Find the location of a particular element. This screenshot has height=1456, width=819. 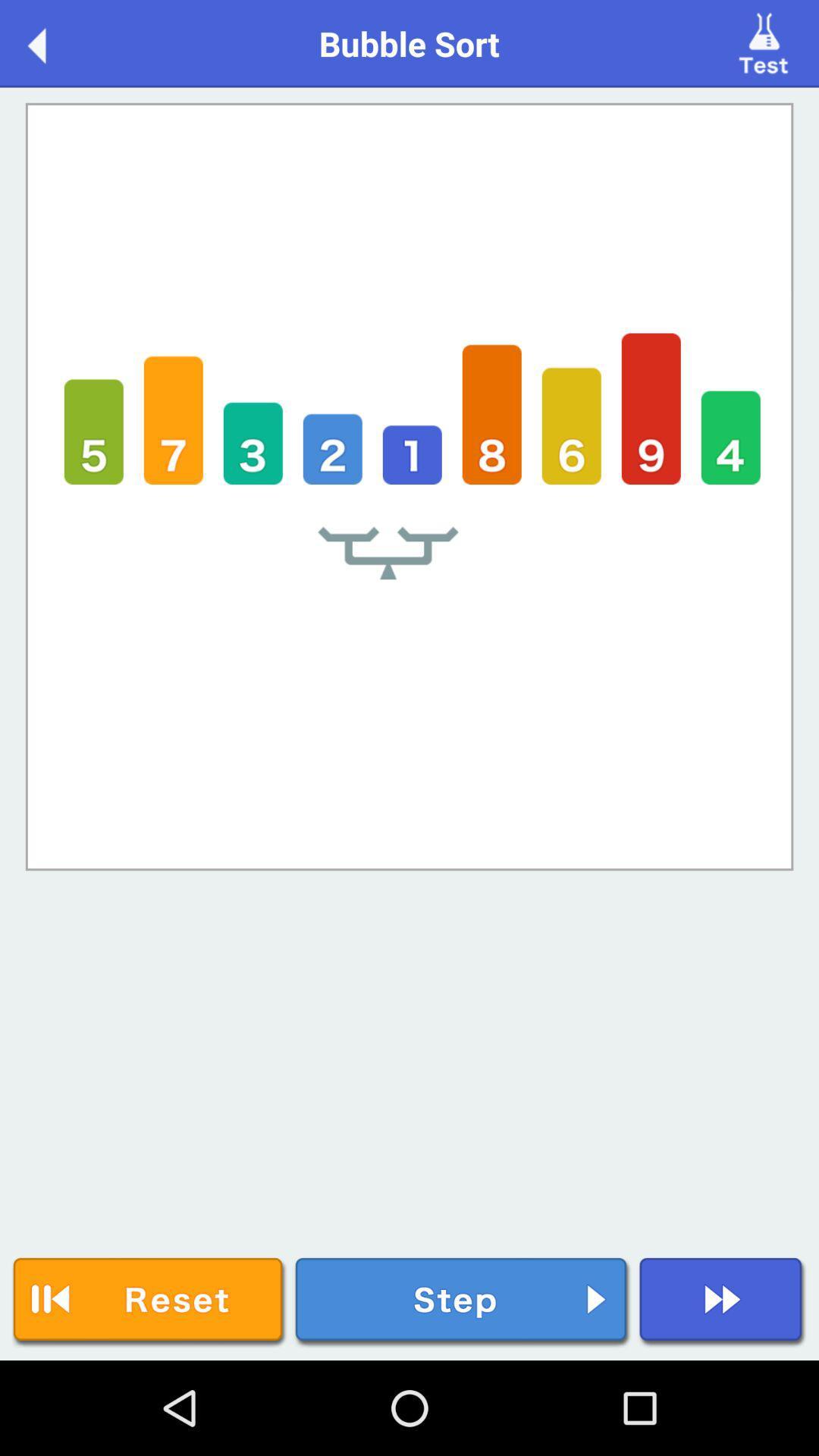

the next step is located at coordinates (462, 1301).